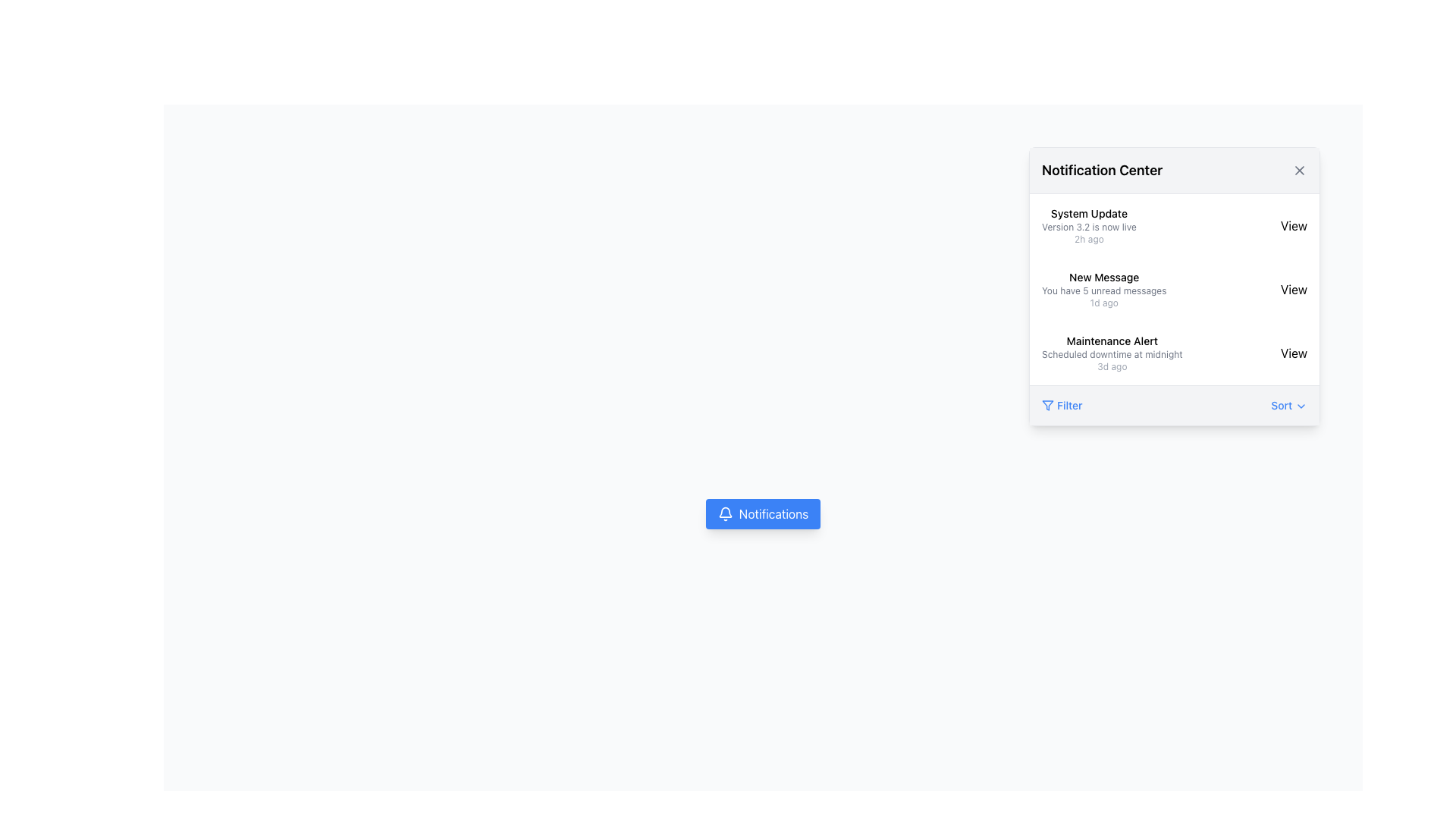 This screenshot has width=1456, height=819. What do you see at coordinates (1174, 287) in the screenshot?
I see `the Notification Panel located in the upper right section of the interface, which displays recent notifications with actionable links` at bounding box center [1174, 287].